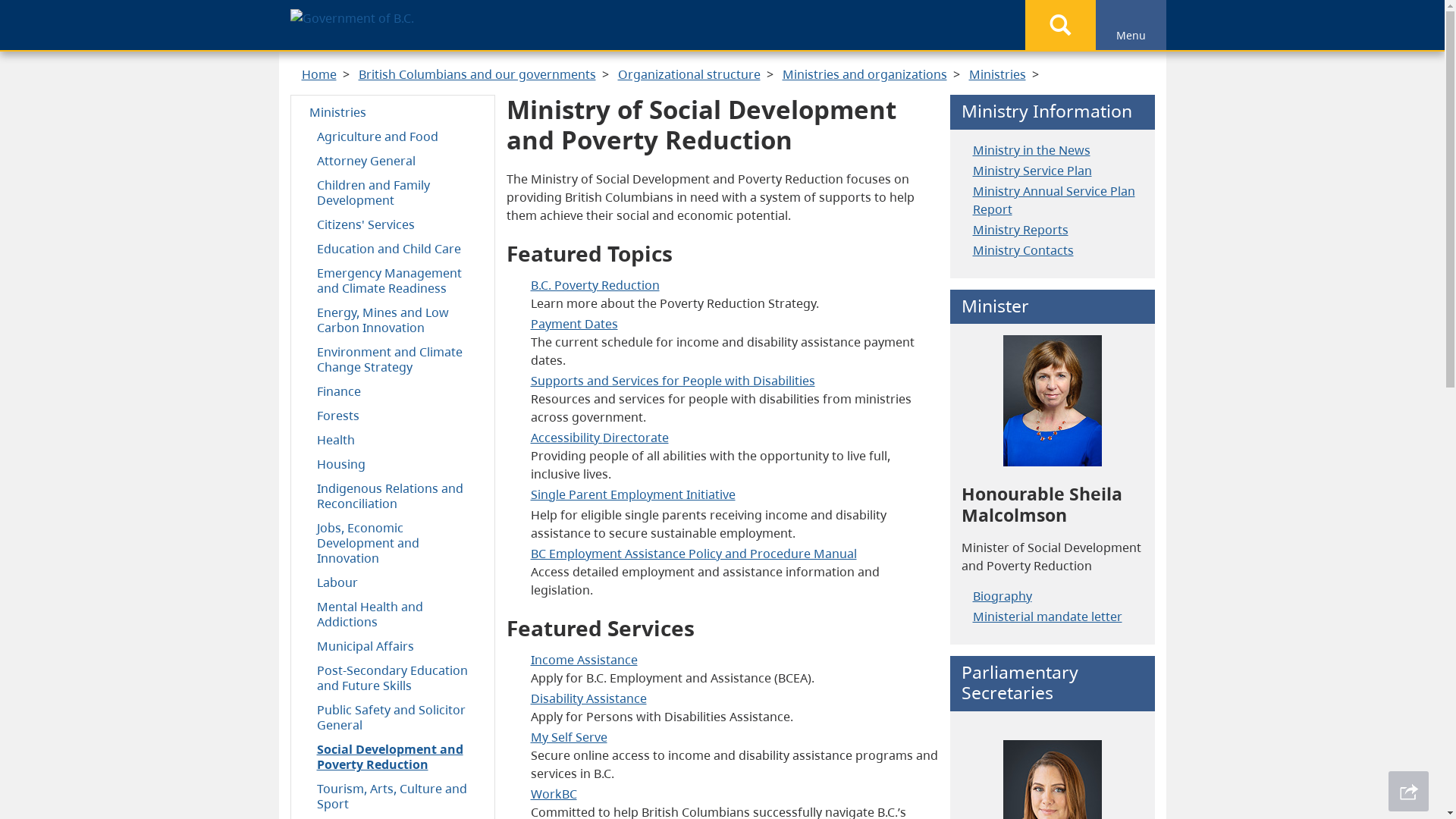 This screenshot has width=1456, height=819. What do you see at coordinates (1001, 595) in the screenshot?
I see `'Biography'` at bounding box center [1001, 595].